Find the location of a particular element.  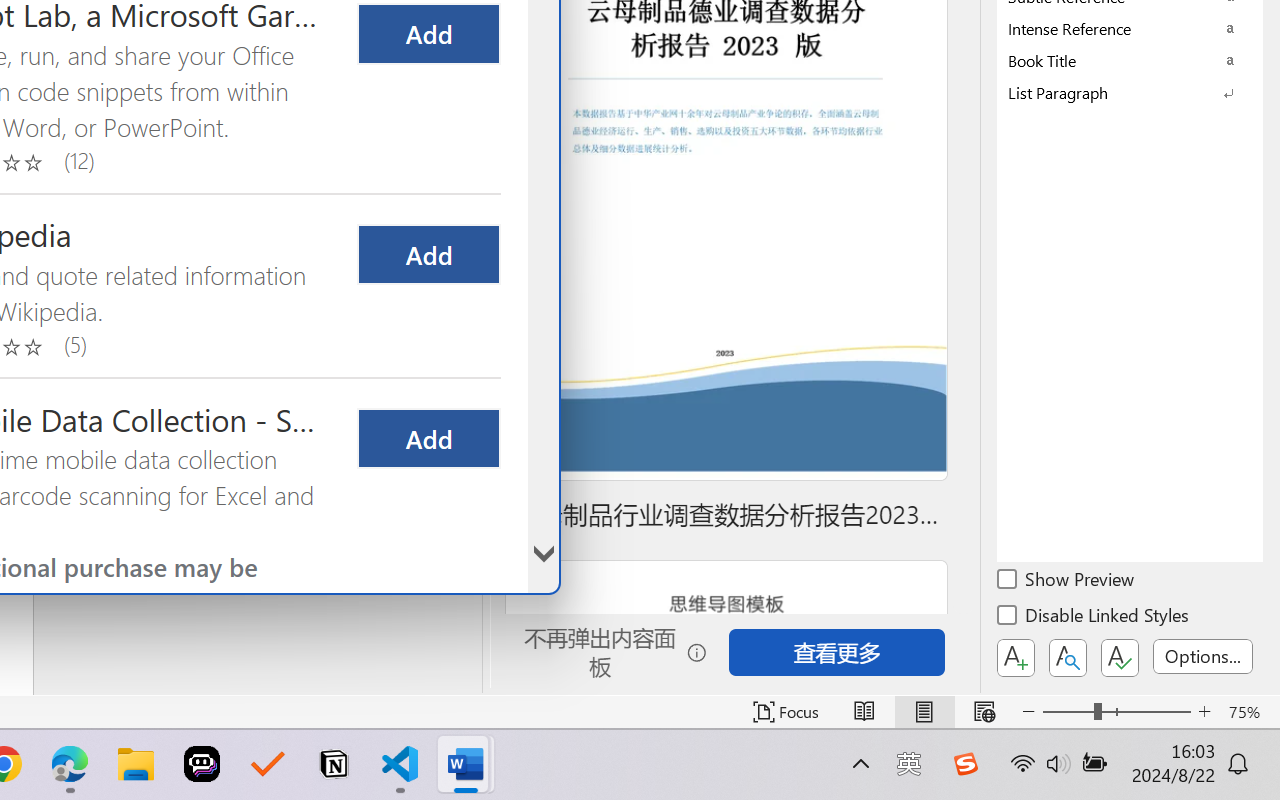

'Intense Reference' is located at coordinates (1130, 28).